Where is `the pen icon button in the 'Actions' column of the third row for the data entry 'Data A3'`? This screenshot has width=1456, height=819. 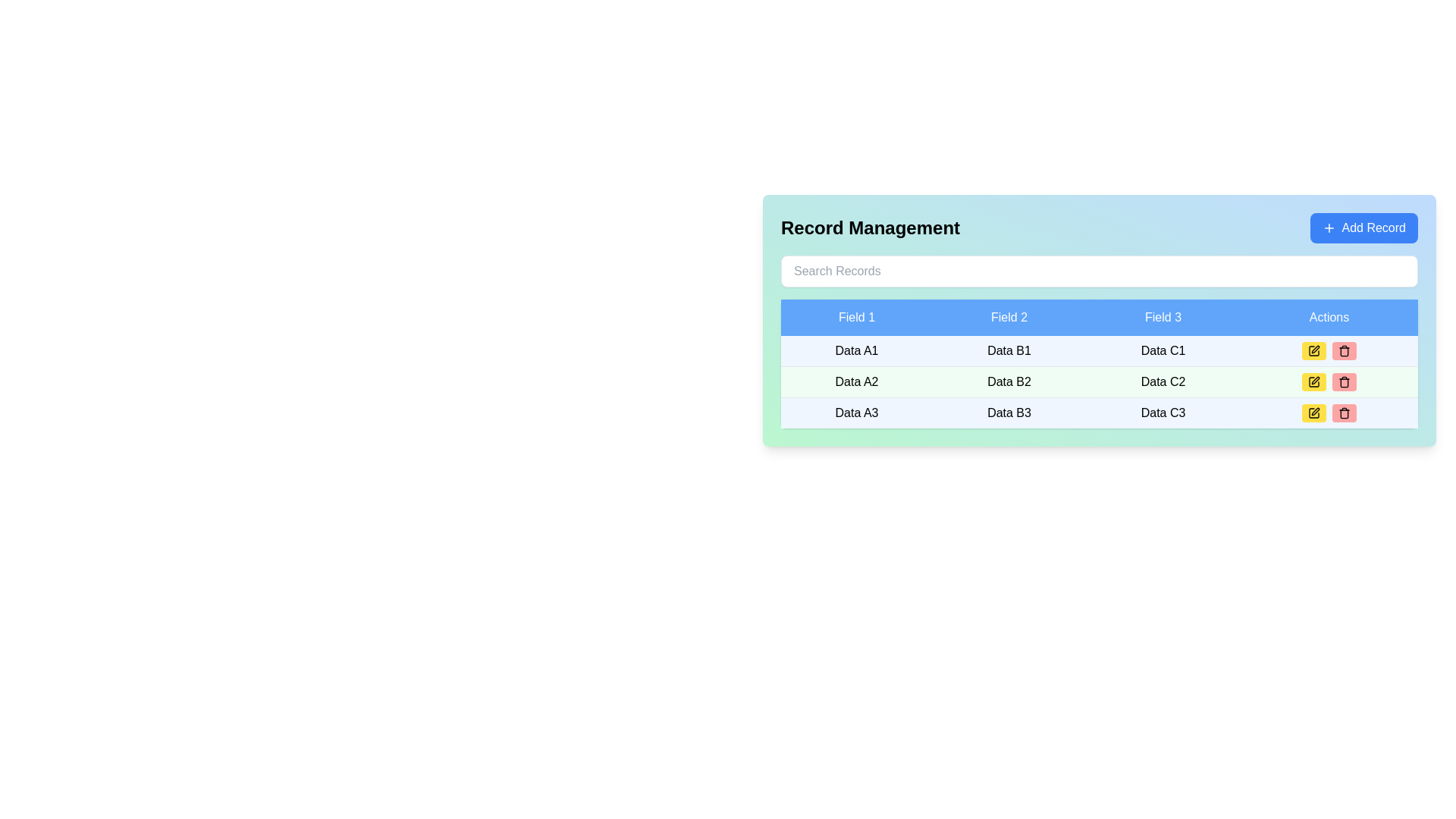 the pen icon button in the 'Actions' column of the third row for the data entry 'Data A3' is located at coordinates (1315, 412).